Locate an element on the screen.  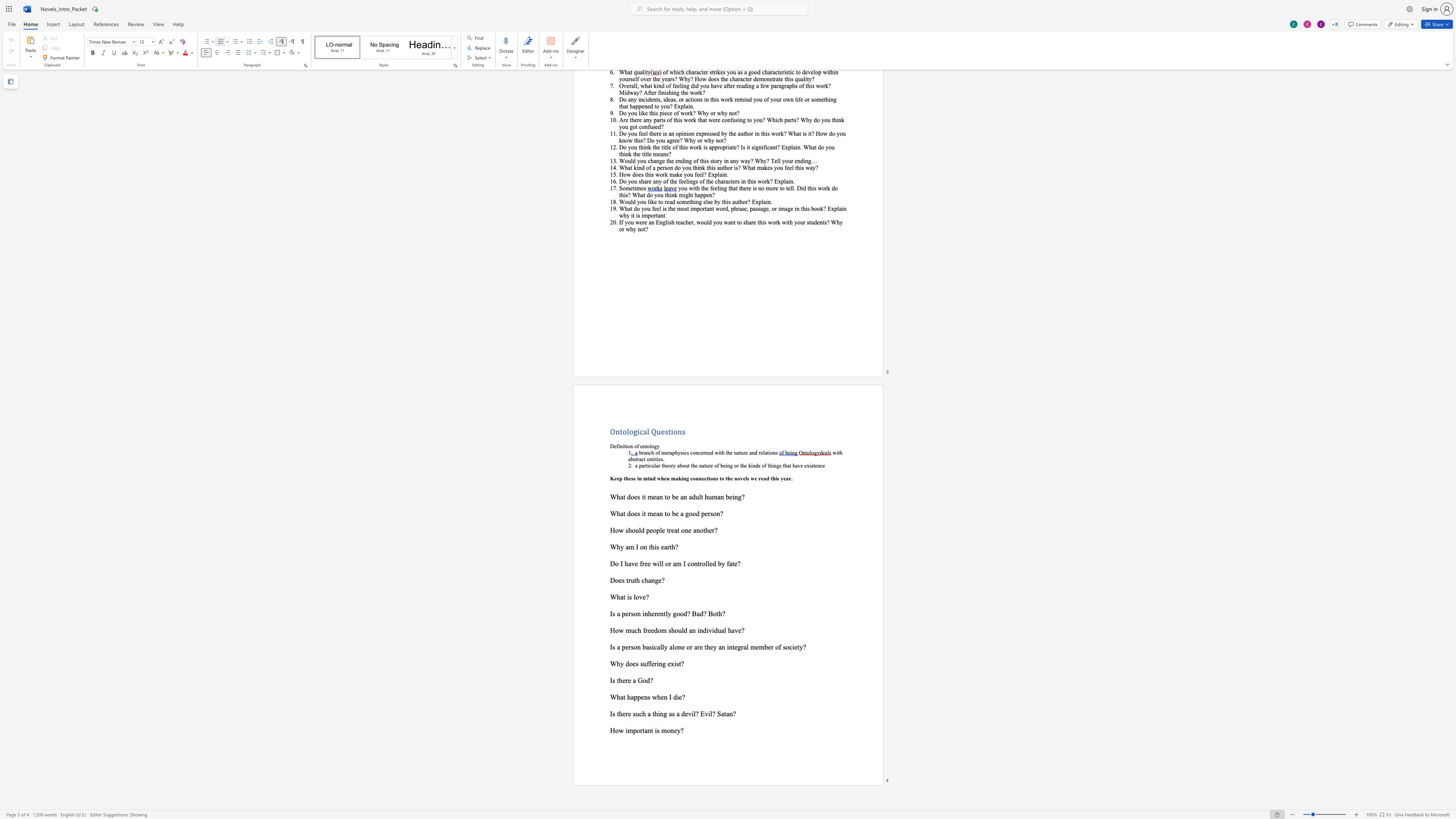
the space between the continuous character "n" and "e" in the text is located at coordinates (708, 453).